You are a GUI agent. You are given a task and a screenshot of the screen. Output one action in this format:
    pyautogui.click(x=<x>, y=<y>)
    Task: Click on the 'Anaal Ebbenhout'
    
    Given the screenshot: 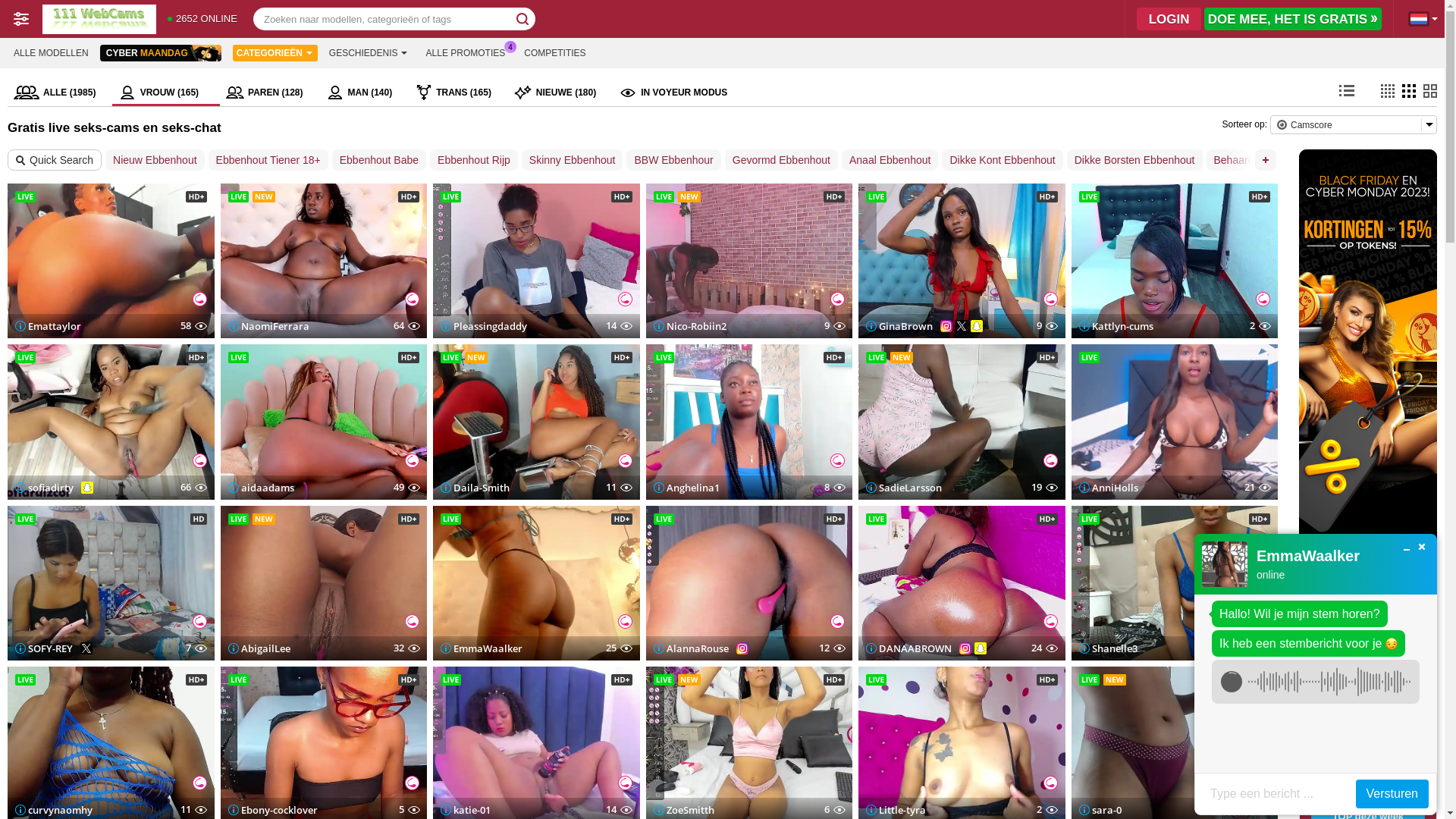 What is the action you would take?
    pyautogui.click(x=890, y=160)
    